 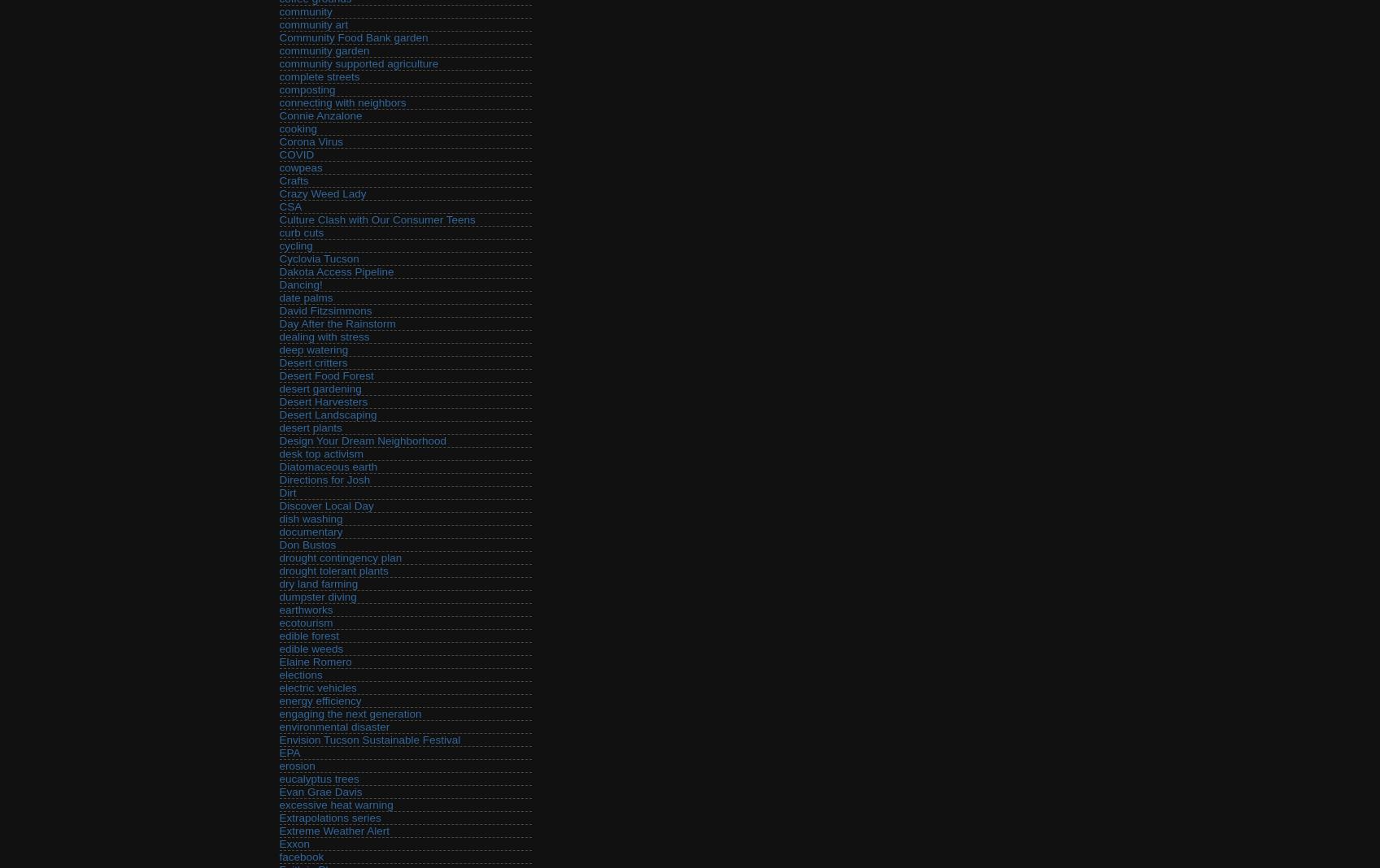 I want to click on 'dumpster diving', so click(x=278, y=597).